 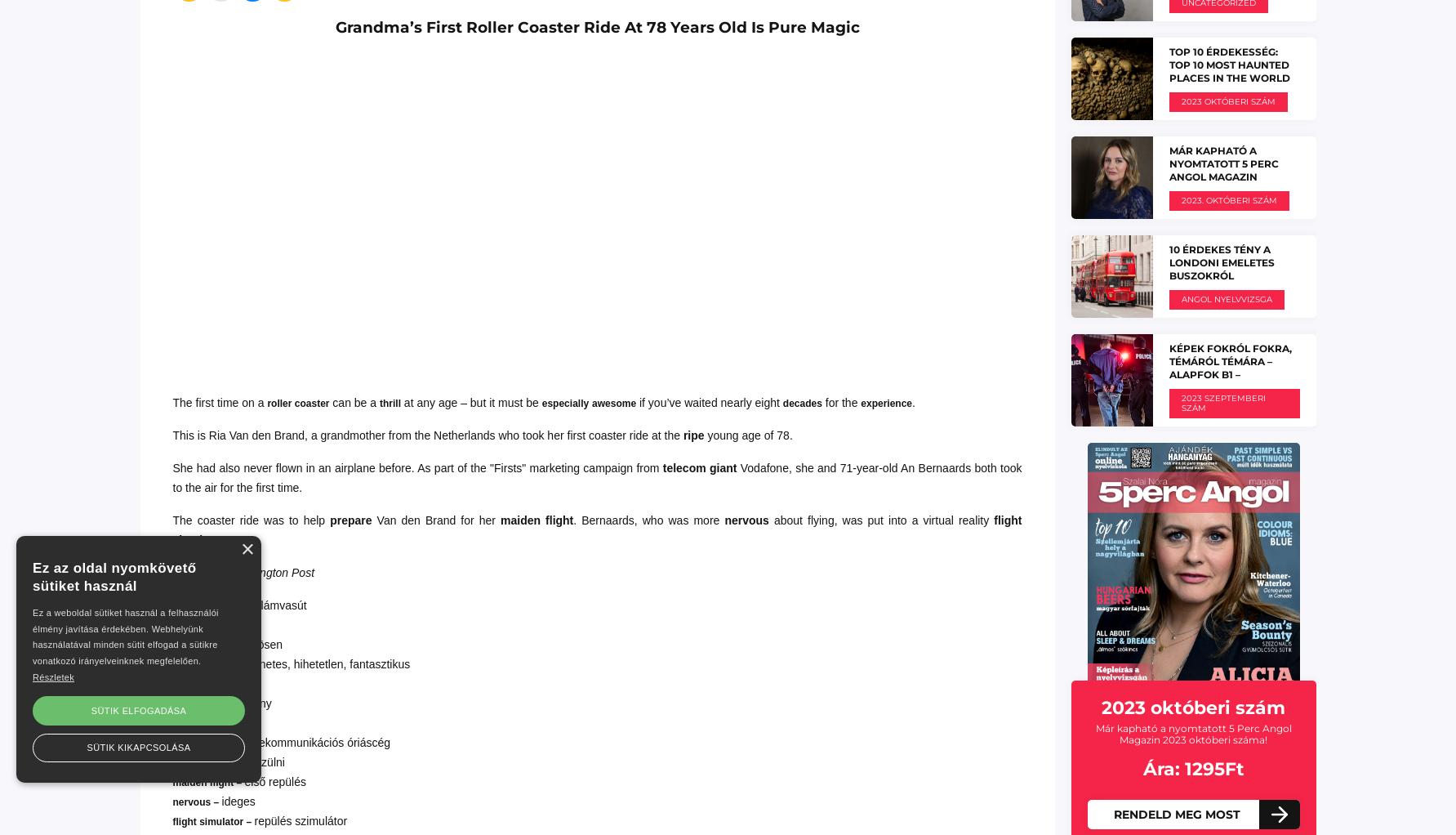 What do you see at coordinates (693, 433) in the screenshot?
I see `'ripe'` at bounding box center [693, 433].